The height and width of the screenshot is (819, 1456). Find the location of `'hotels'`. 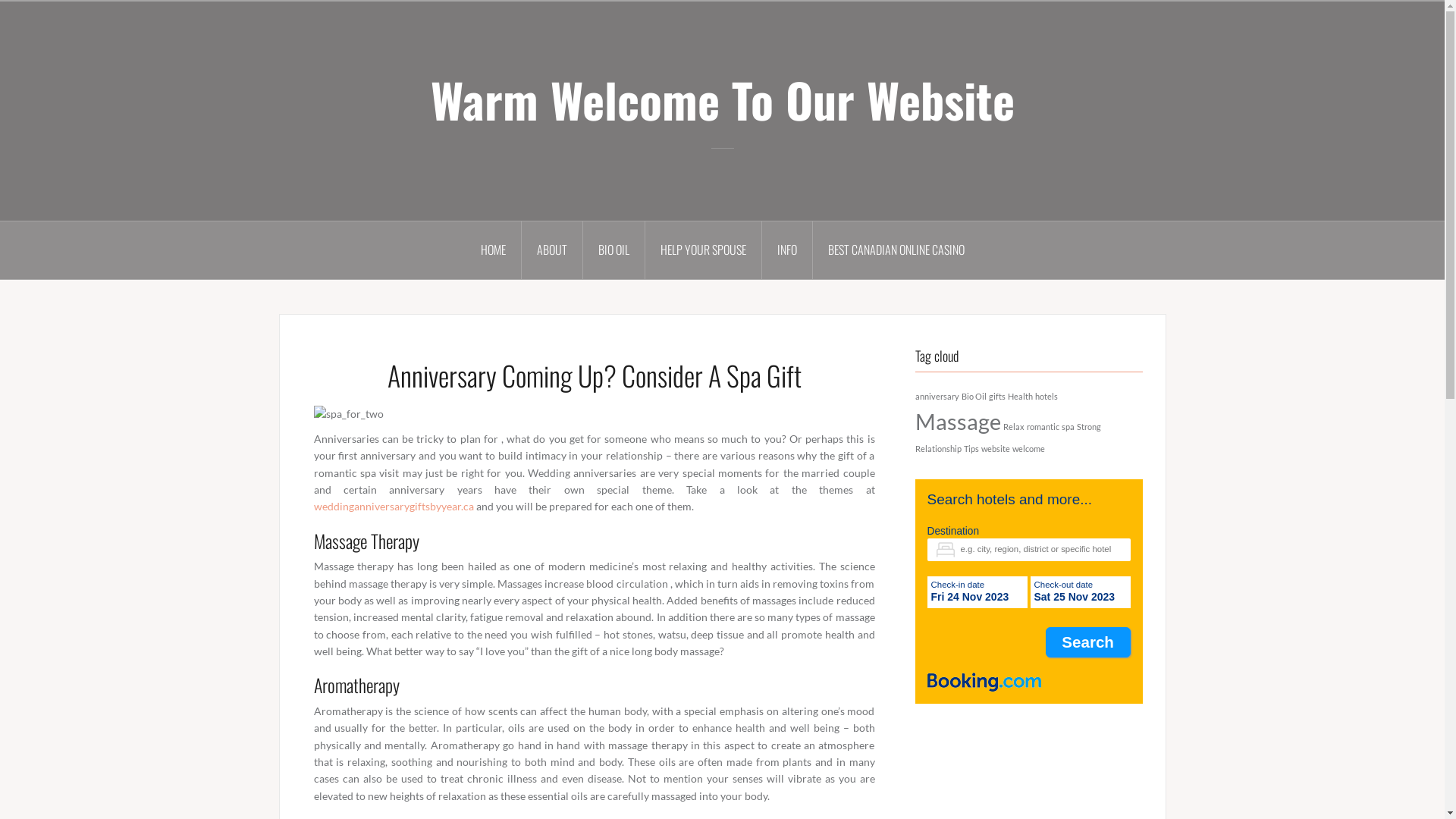

'hotels' is located at coordinates (1044, 395).